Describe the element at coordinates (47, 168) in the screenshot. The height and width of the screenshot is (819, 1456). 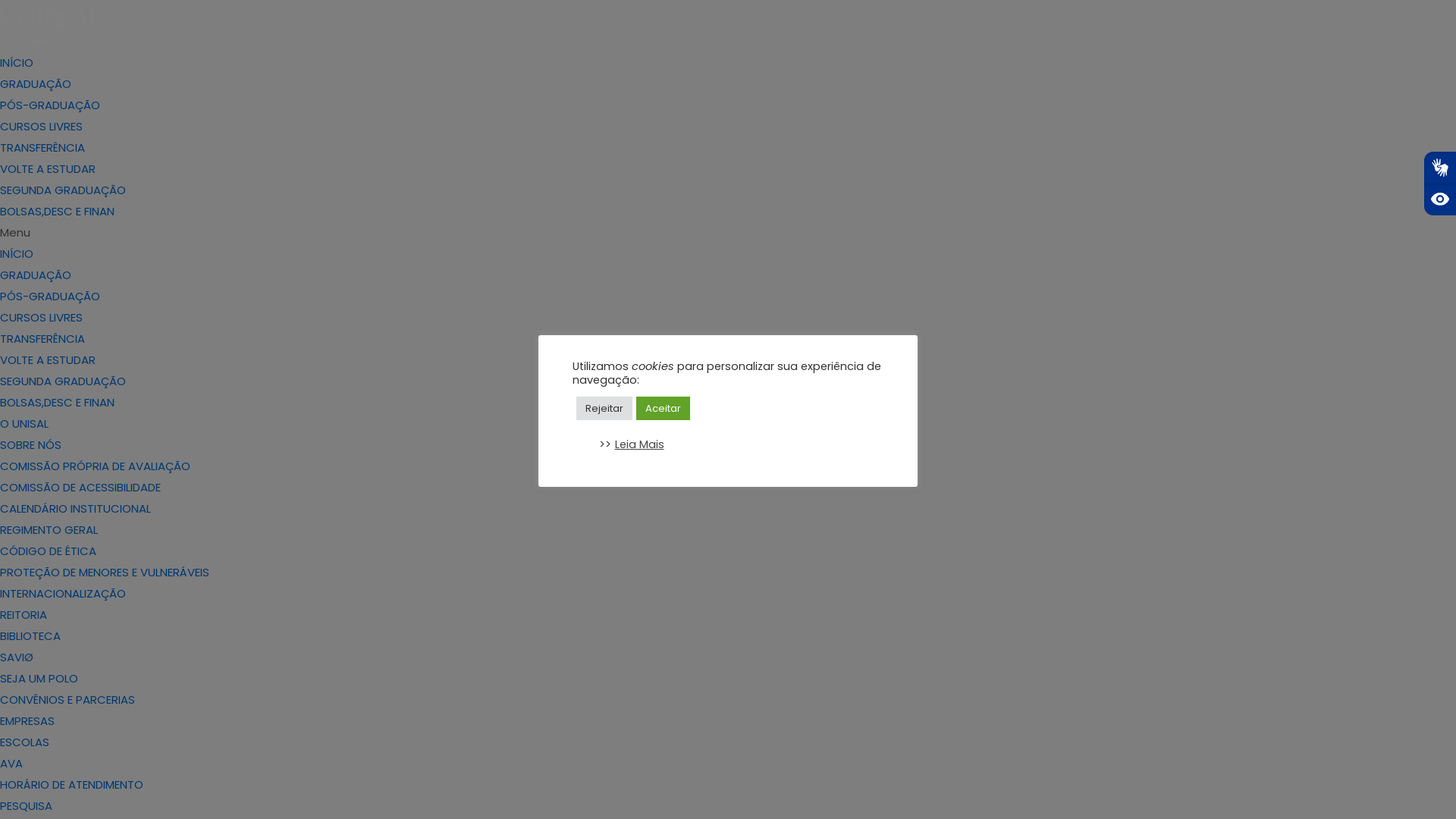
I see `'VOLTE A ESTUDAR'` at that location.